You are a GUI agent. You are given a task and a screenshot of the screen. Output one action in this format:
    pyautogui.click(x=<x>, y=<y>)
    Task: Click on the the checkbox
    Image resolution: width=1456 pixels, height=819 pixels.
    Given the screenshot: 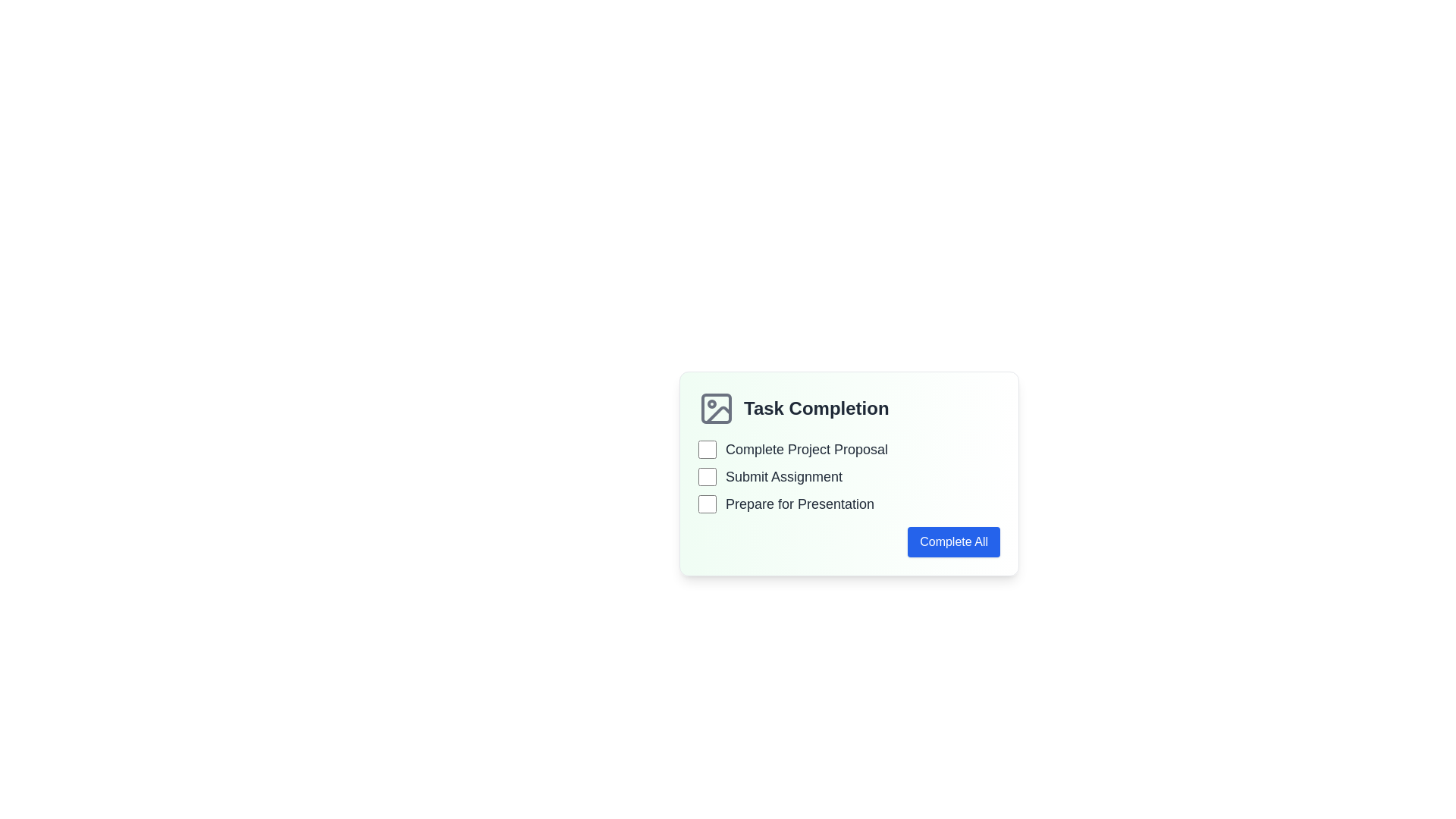 What is the action you would take?
    pyautogui.click(x=706, y=504)
    